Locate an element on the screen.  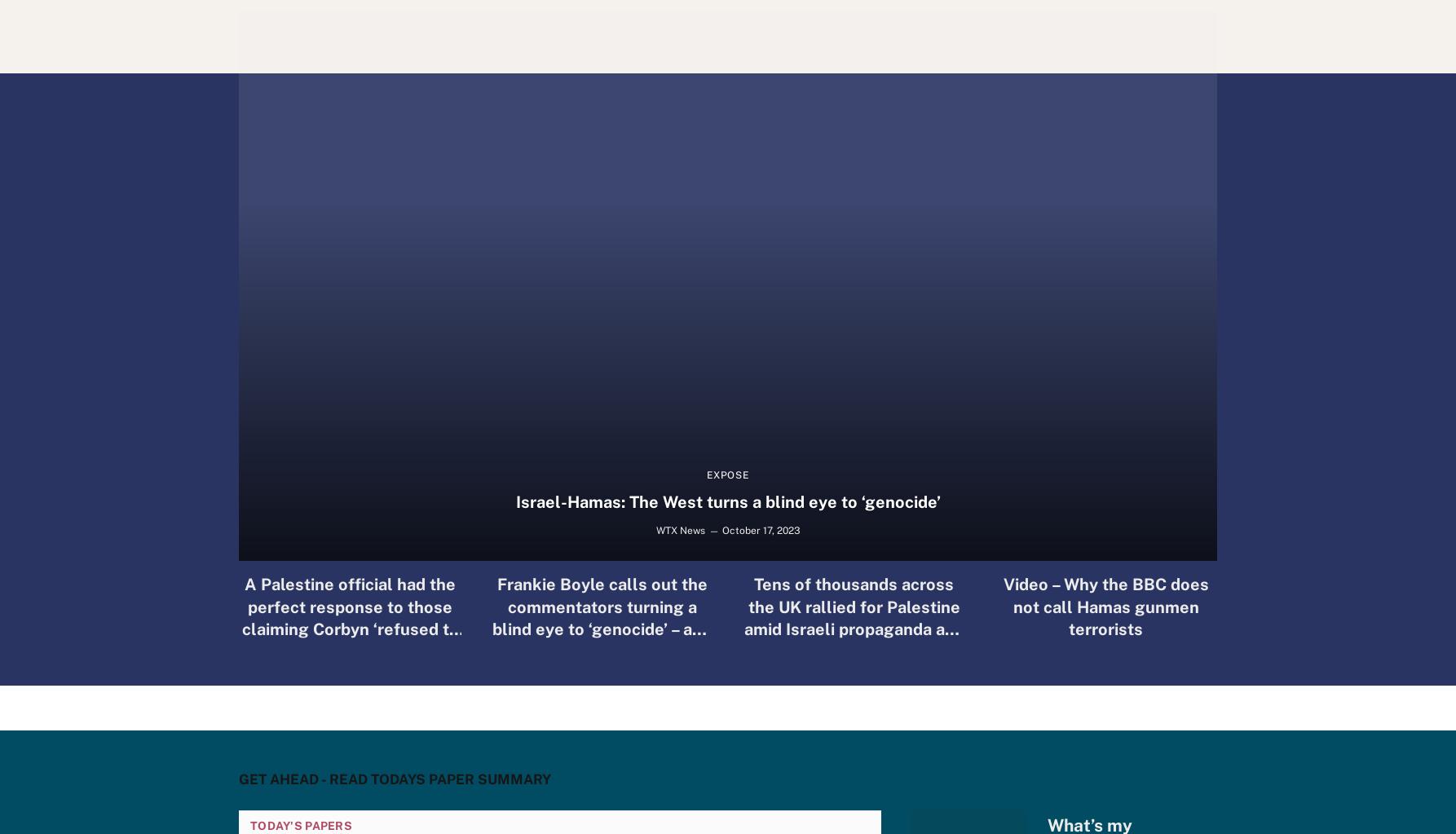
'Today's Papers' is located at coordinates (250, 824).